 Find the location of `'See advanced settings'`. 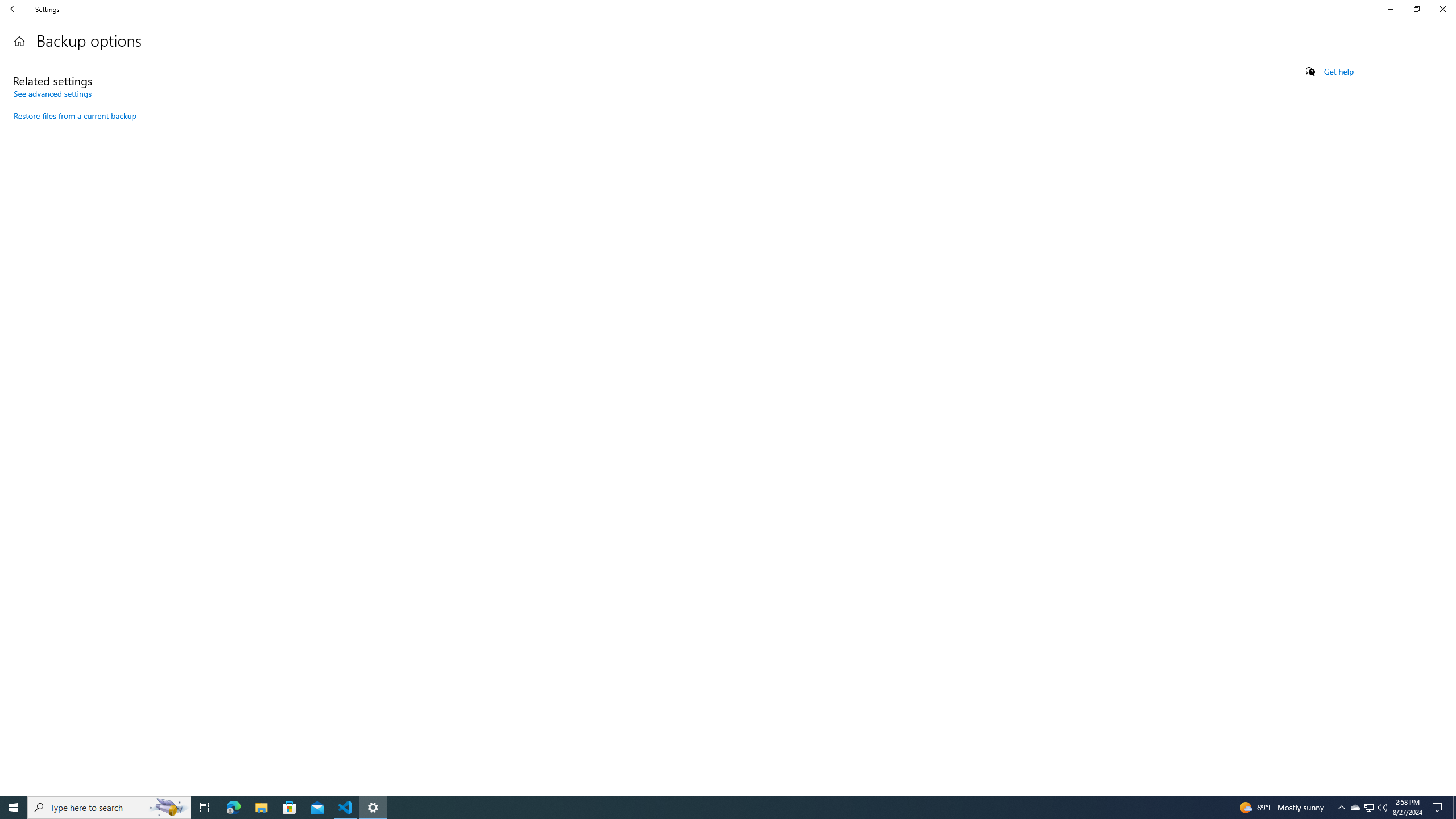

'See advanced settings' is located at coordinates (52, 93).